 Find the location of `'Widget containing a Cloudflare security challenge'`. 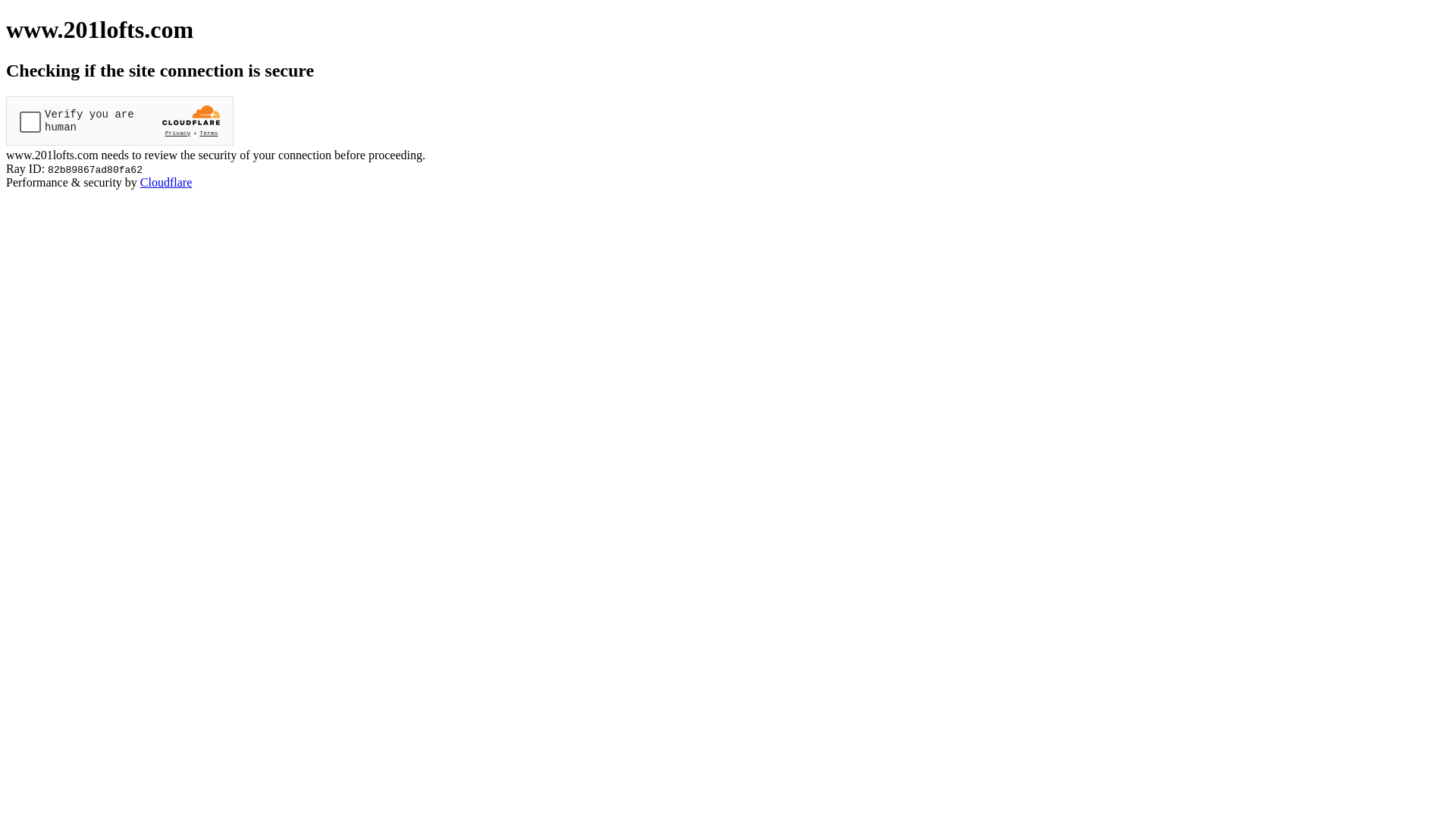

'Widget containing a Cloudflare security challenge' is located at coordinates (119, 120).